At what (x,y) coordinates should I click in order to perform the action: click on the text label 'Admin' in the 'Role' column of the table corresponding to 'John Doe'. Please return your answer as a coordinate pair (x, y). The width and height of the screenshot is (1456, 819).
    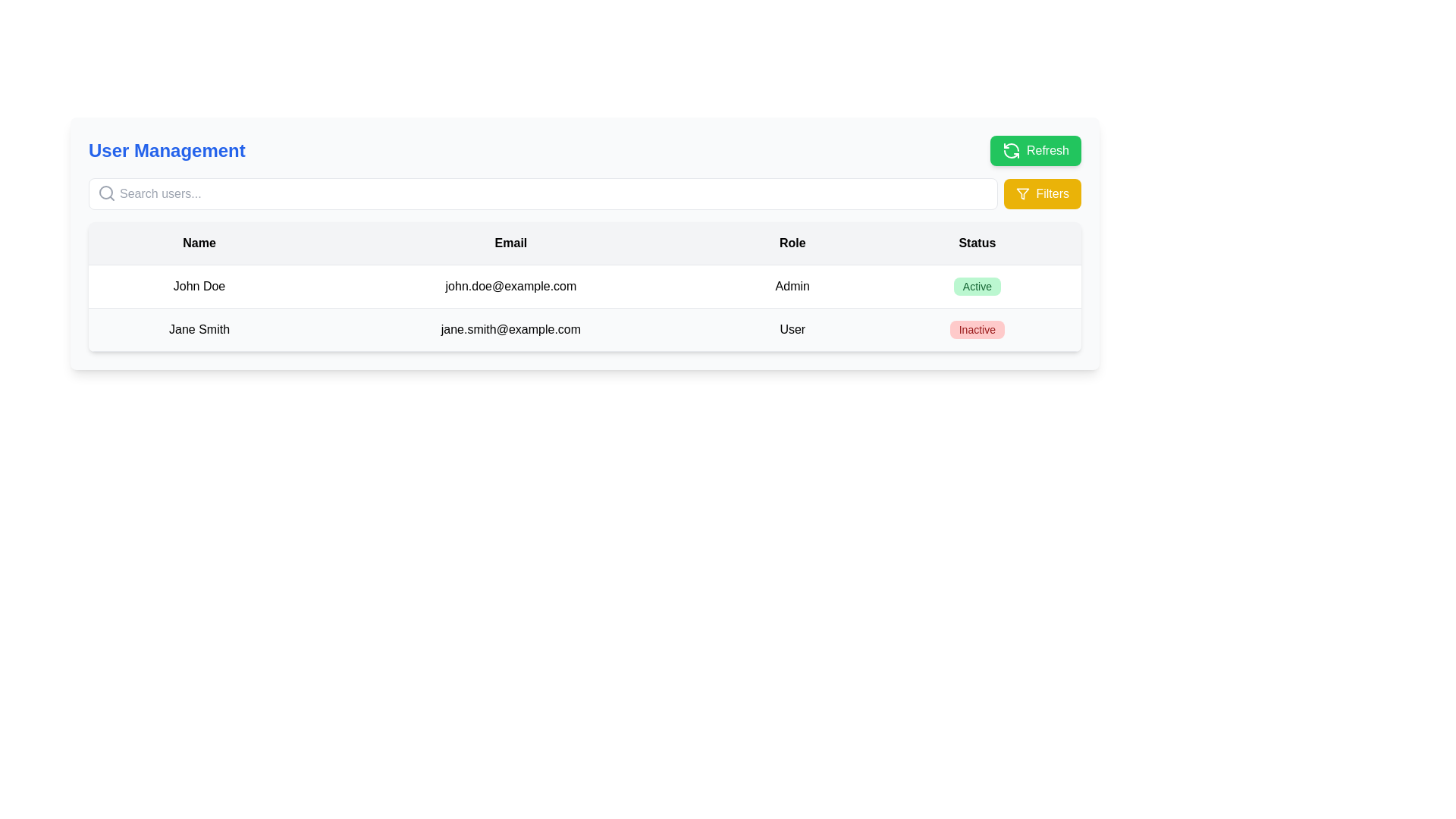
    Looking at the image, I should click on (792, 287).